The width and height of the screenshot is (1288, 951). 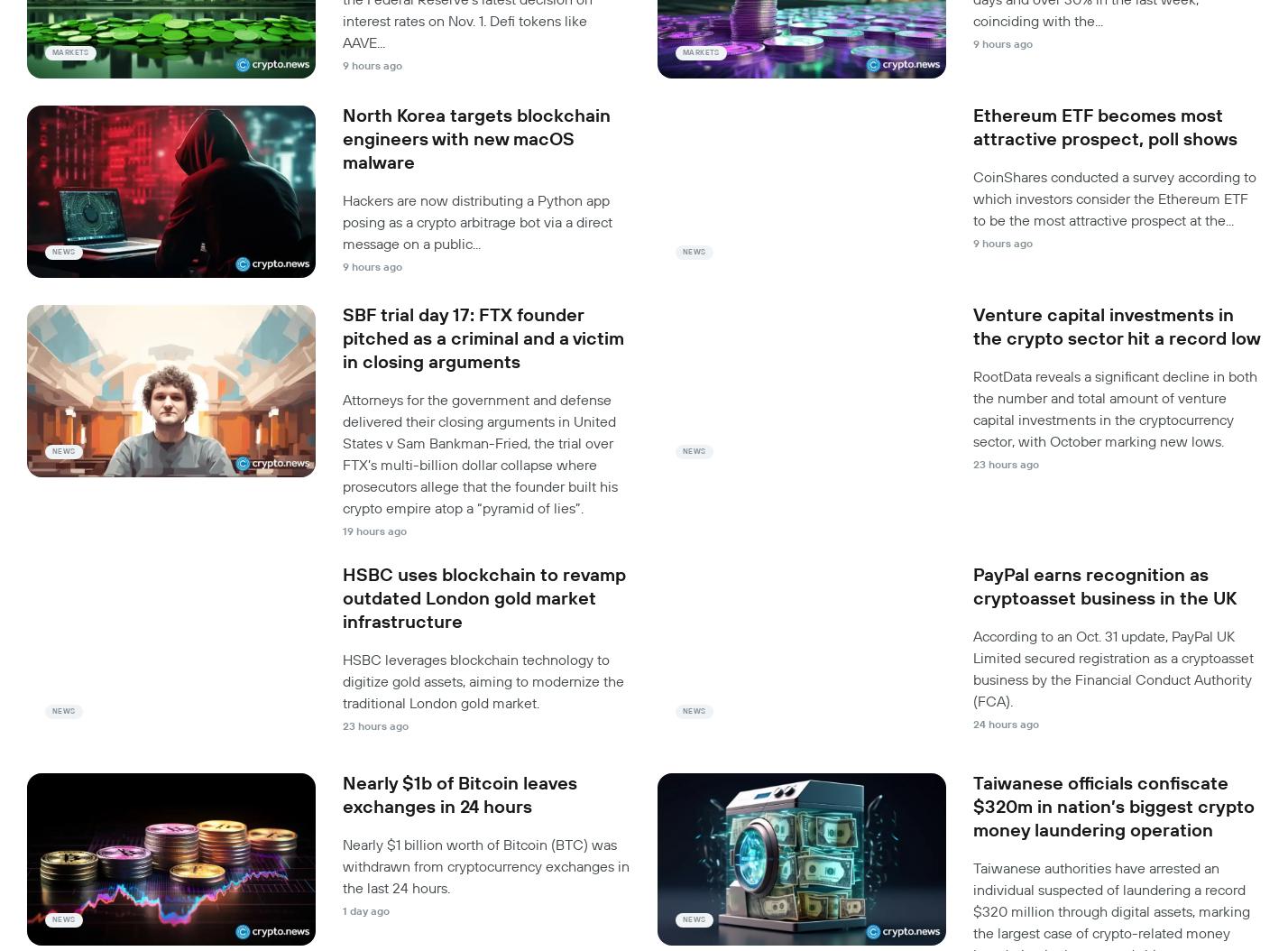 What do you see at coordinates (459, 795) in the screenshot?
I see `'Nearly $1b of Bitcoin leaves exchanges in 24 hours'` at bounding box center [459, 795].